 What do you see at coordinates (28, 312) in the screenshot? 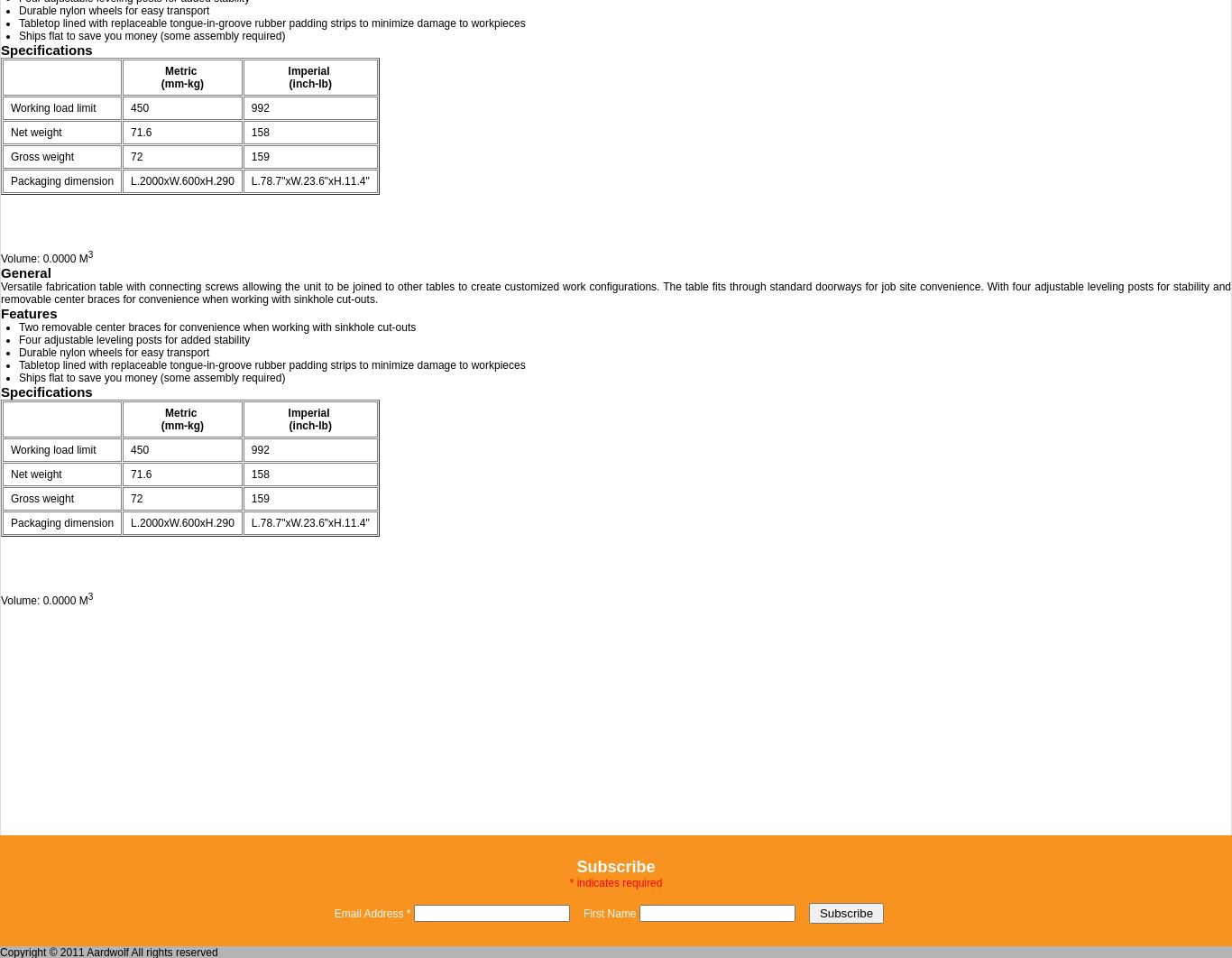
I see `'Features'` at bounding box center [28, 312].